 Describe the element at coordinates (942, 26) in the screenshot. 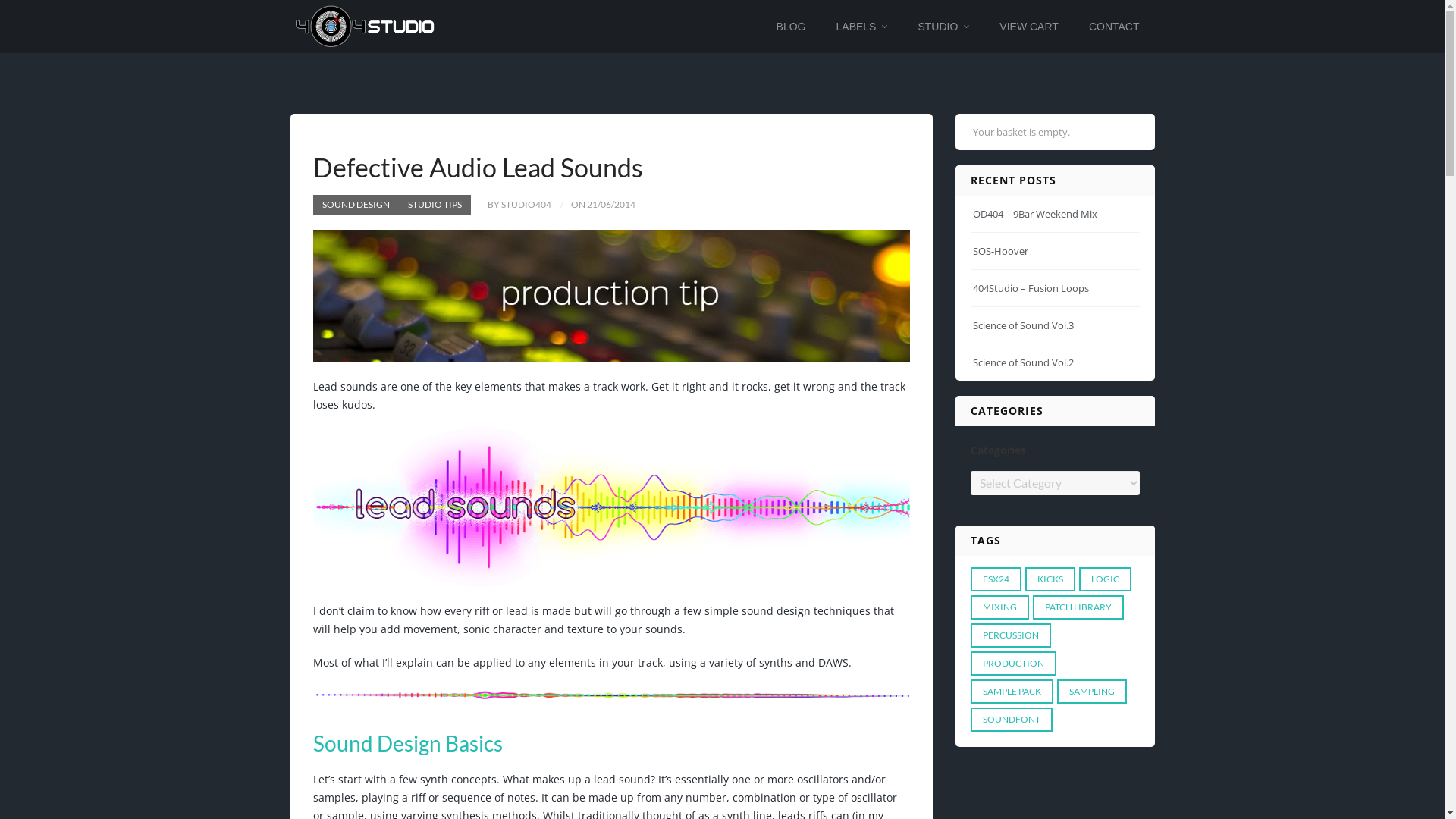

I see `'STUDIO'` at that location.